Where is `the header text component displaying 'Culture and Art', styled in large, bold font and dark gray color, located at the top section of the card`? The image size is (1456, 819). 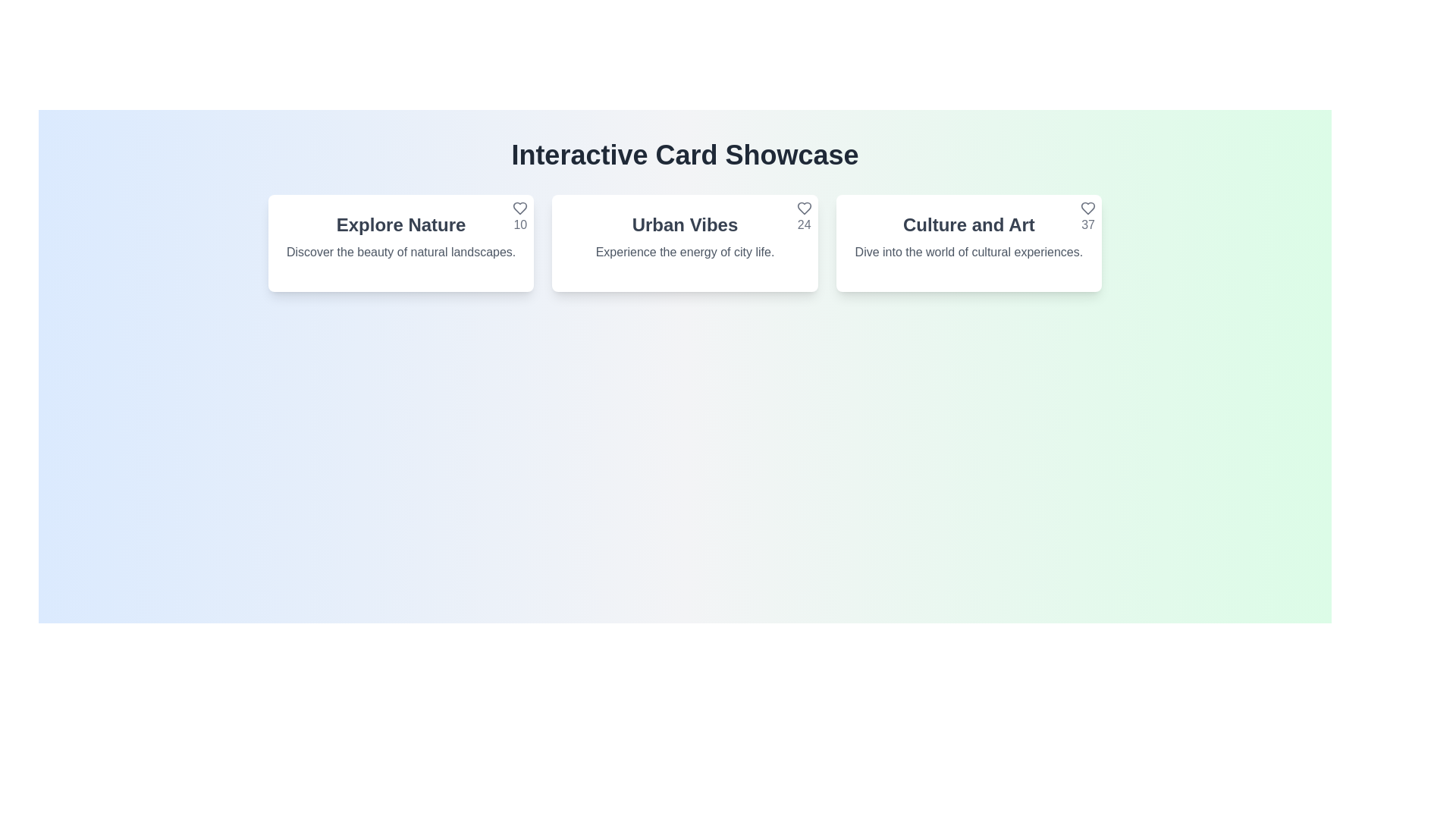
the header text component displaying 'Culture and Art', styled in large, bold font and dark gray color, located at the top section of the card is located at coordinates (968, 225).